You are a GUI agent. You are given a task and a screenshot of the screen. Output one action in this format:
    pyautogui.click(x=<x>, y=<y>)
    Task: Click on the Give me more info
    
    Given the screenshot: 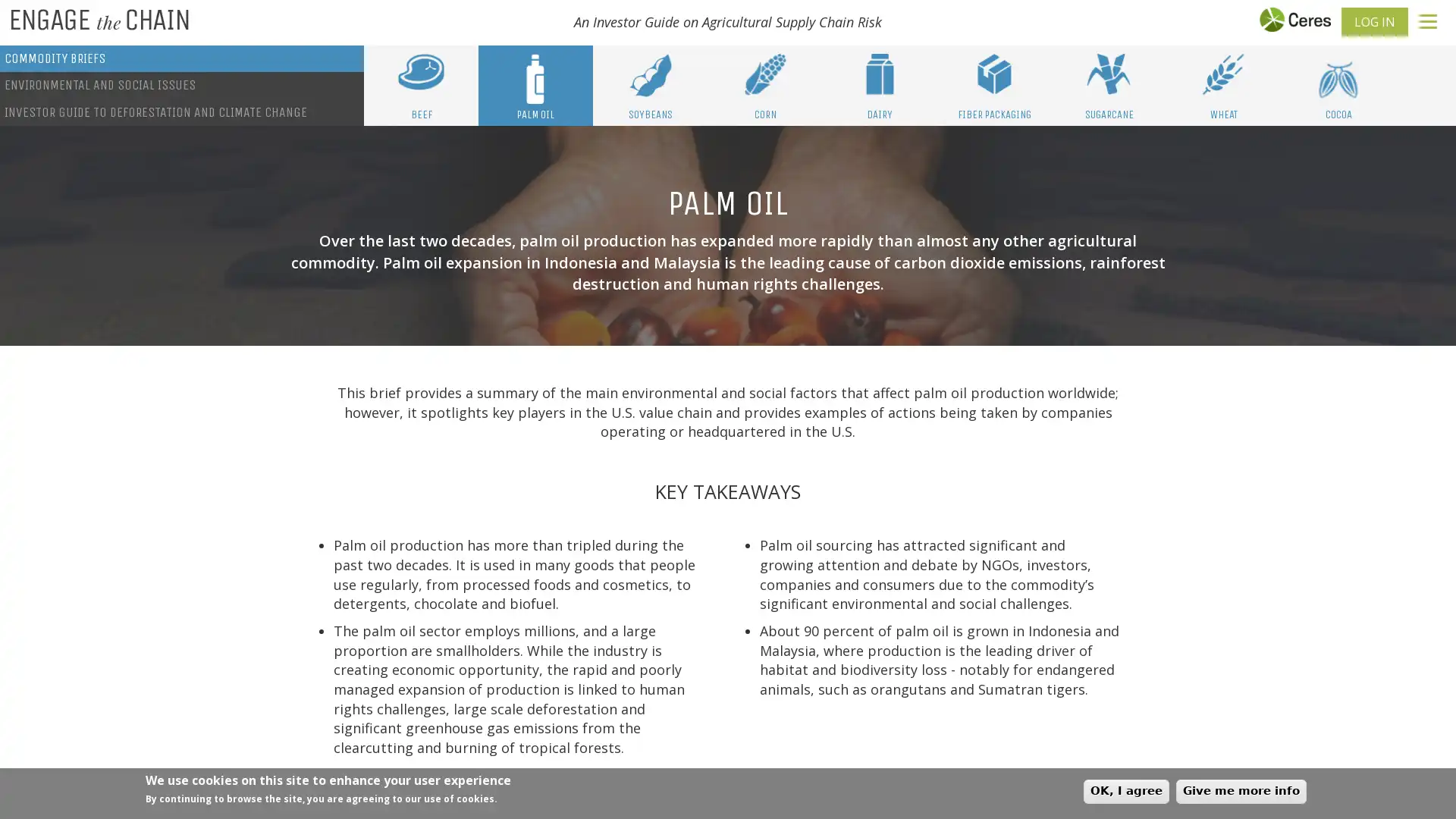 What is the action you would take?
    pyautogui.click(x=1241, y=790)
    